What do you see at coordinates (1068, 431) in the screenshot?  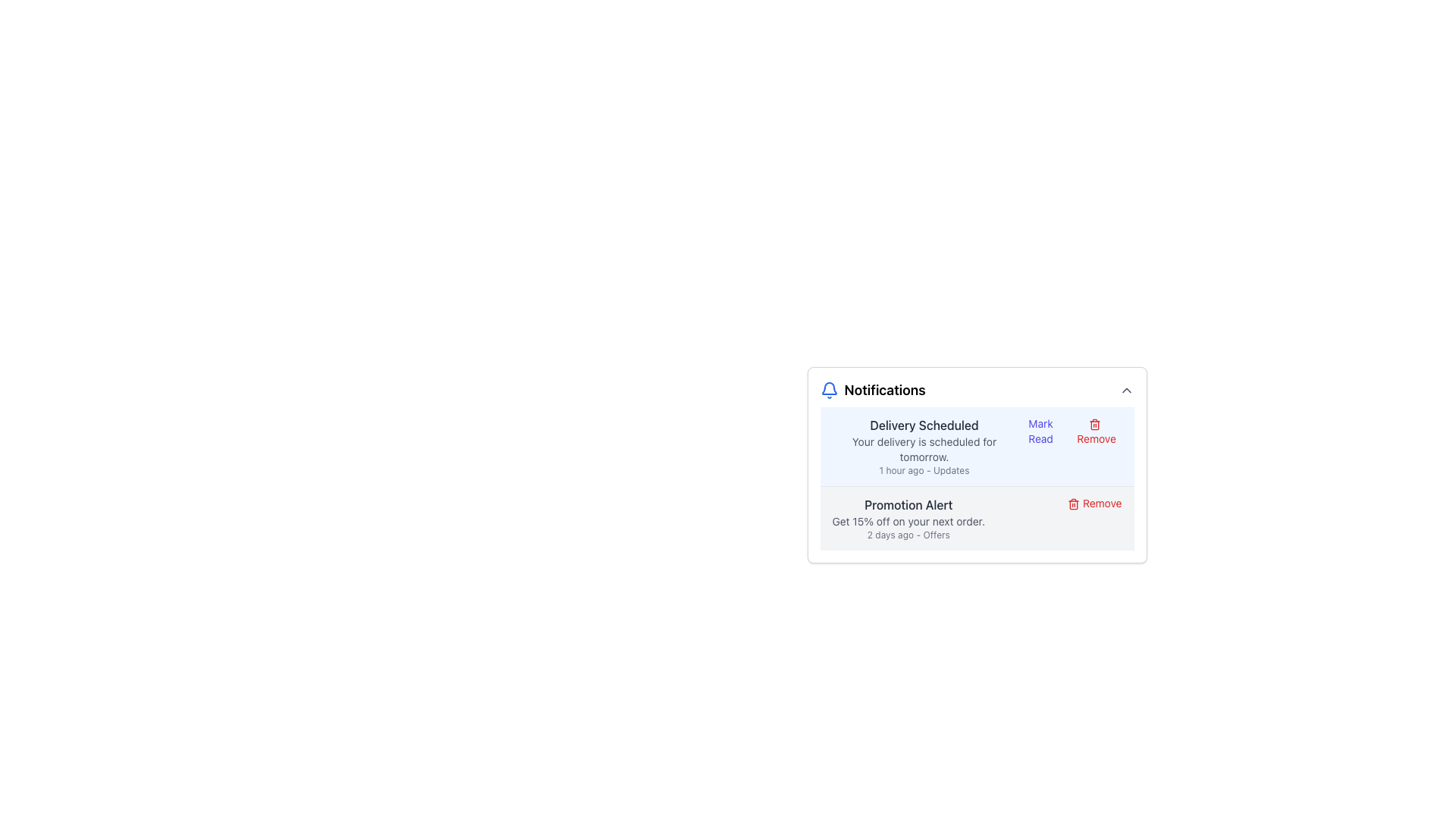 I see `the 'Remove' button in the Group of buttons located to the right of the 'Delivery Scheduled' notification` at bounding box center [1068, 431].